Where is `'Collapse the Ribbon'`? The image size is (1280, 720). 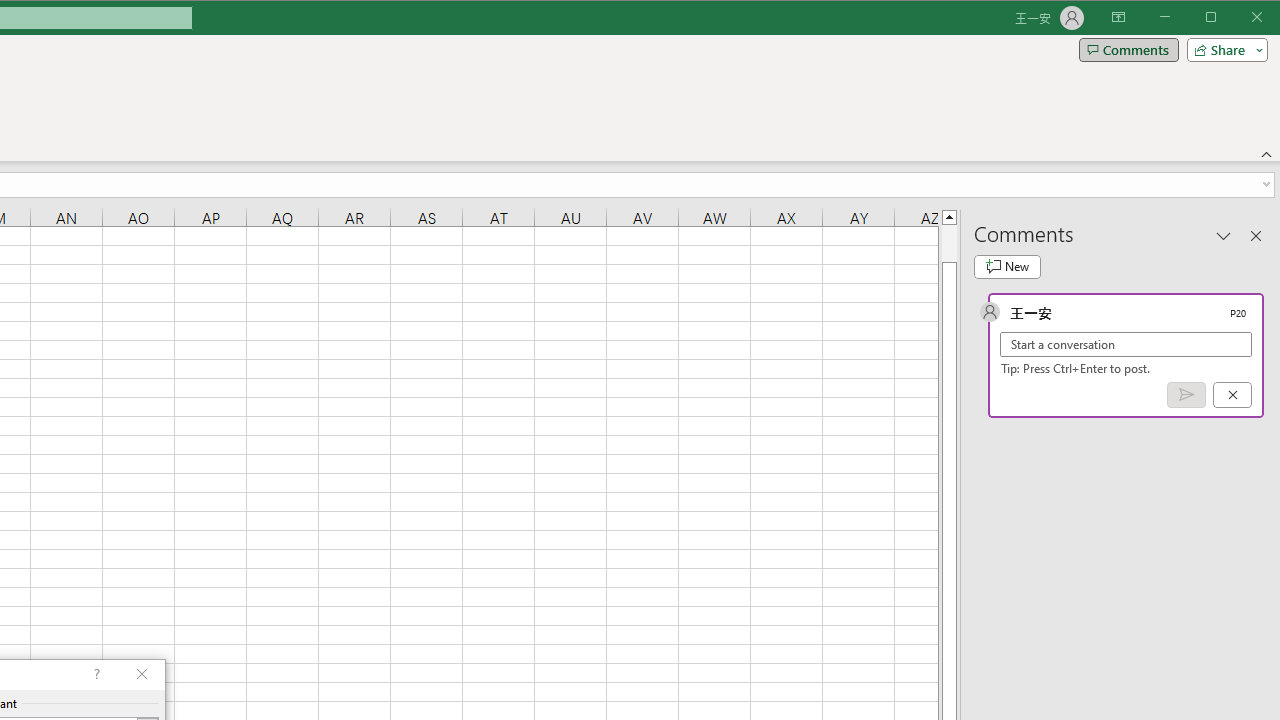 'Collapse the Ribbon' is located at coordinates (1266, 153).